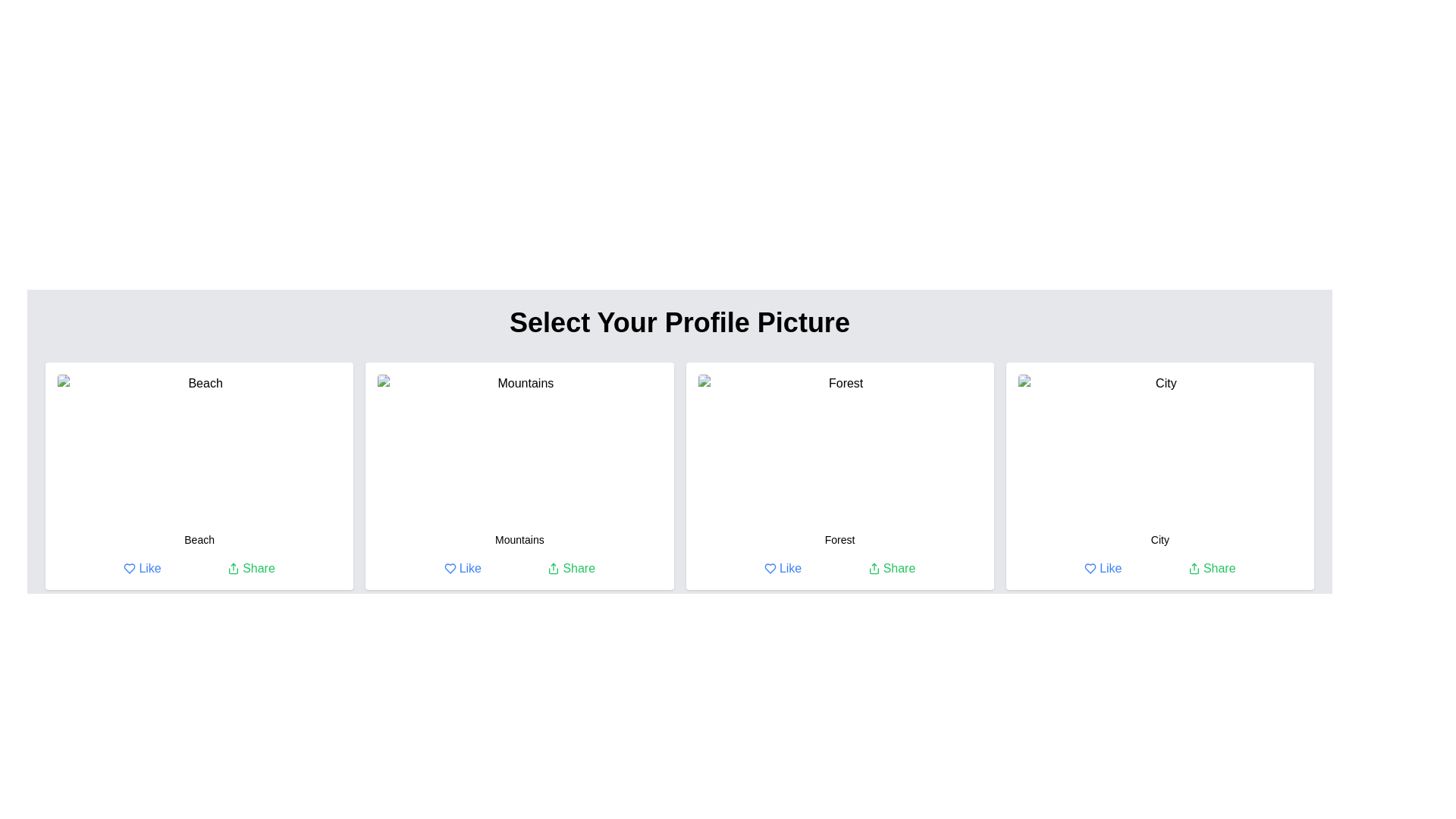 The width and height of the screenshot is (1456, 819). I want to click on the 'Like' button in the Interactive Toolbar located under the 'Forest' card to like the content, so click(839, 568).